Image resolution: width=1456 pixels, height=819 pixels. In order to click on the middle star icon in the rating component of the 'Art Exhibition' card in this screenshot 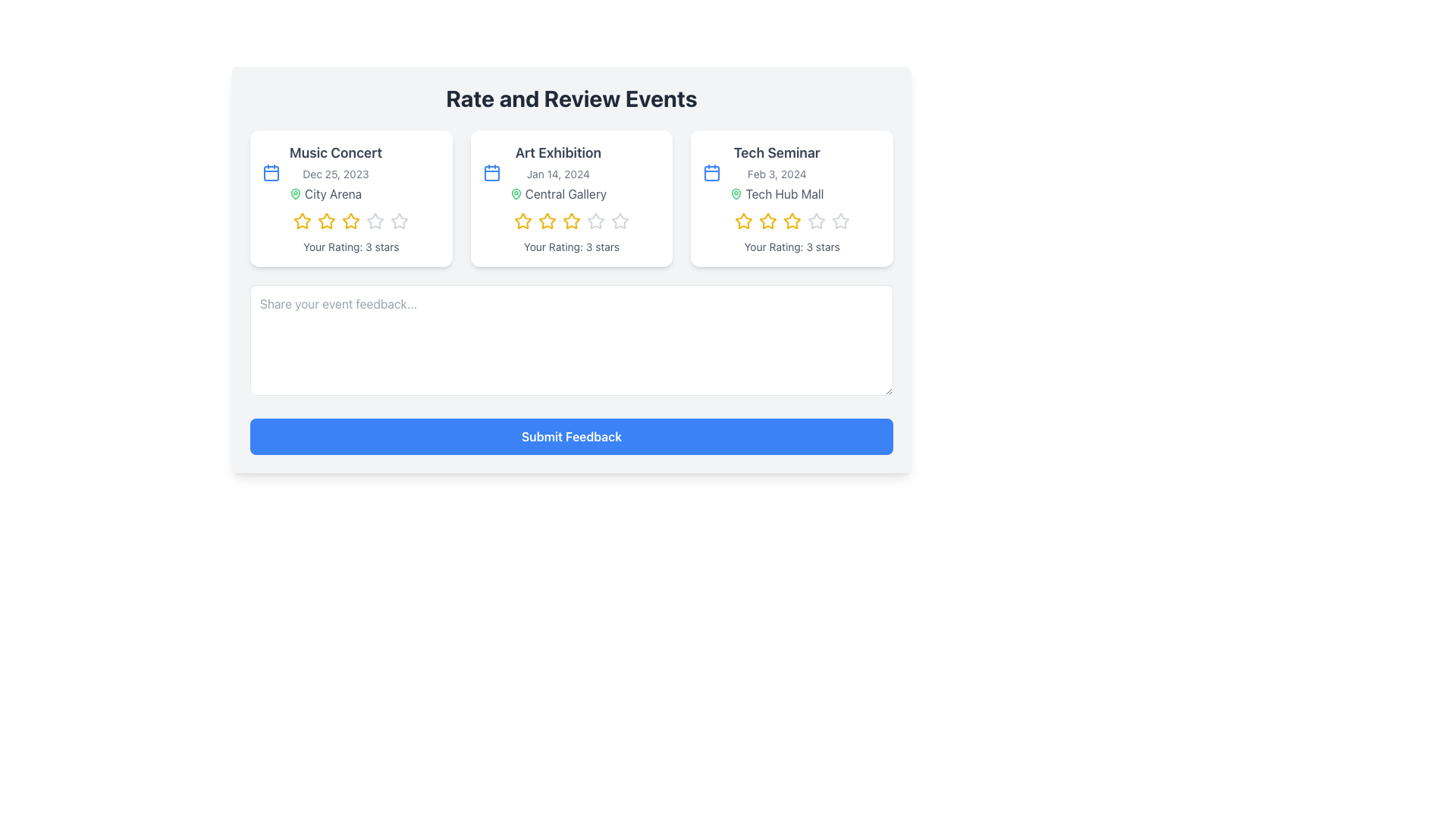, I will do `click(570, 221)`.